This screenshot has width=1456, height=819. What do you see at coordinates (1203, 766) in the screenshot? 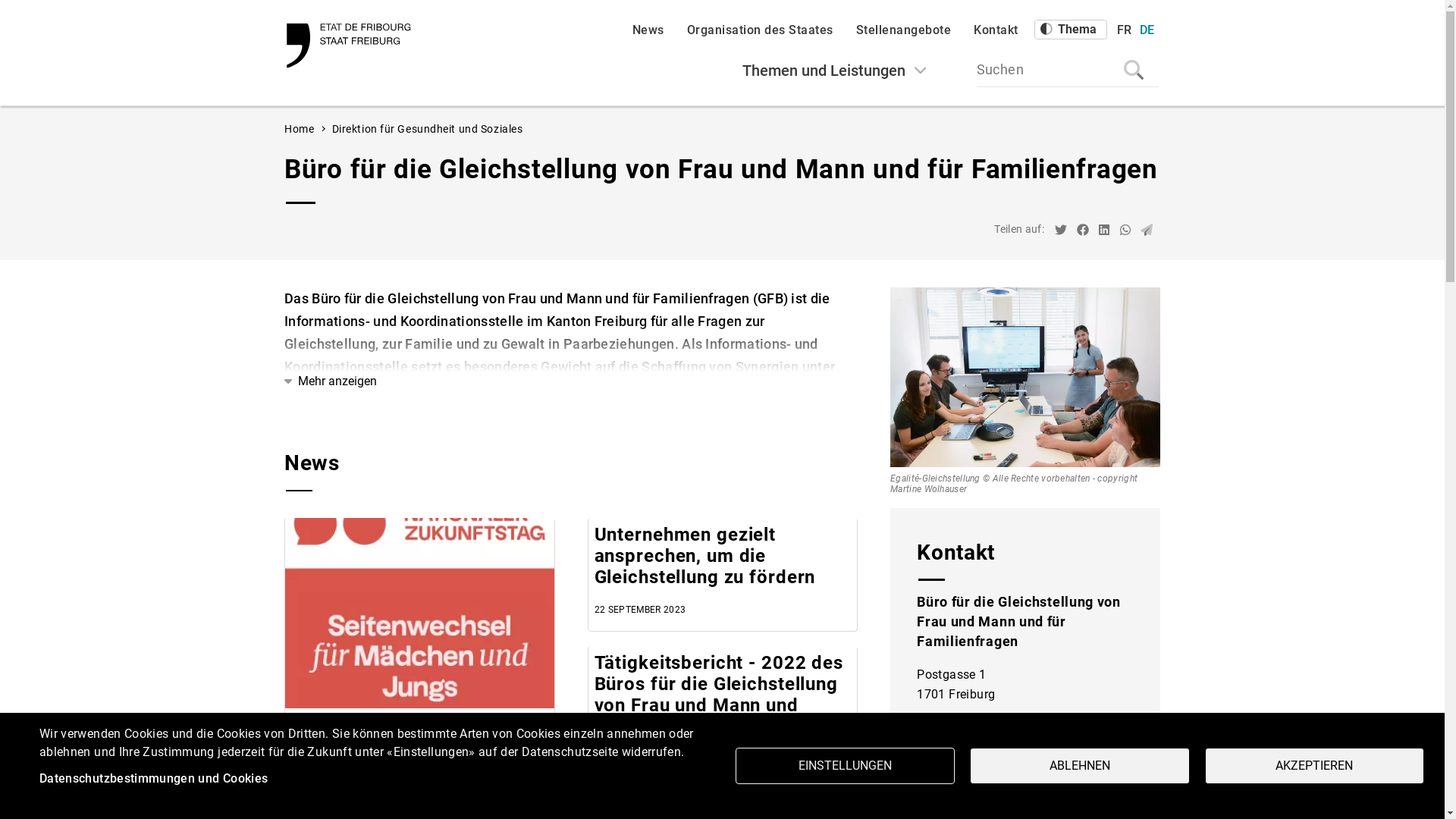
I see `'AKZEPTIEREN'` at bounding box center [1203, 766].